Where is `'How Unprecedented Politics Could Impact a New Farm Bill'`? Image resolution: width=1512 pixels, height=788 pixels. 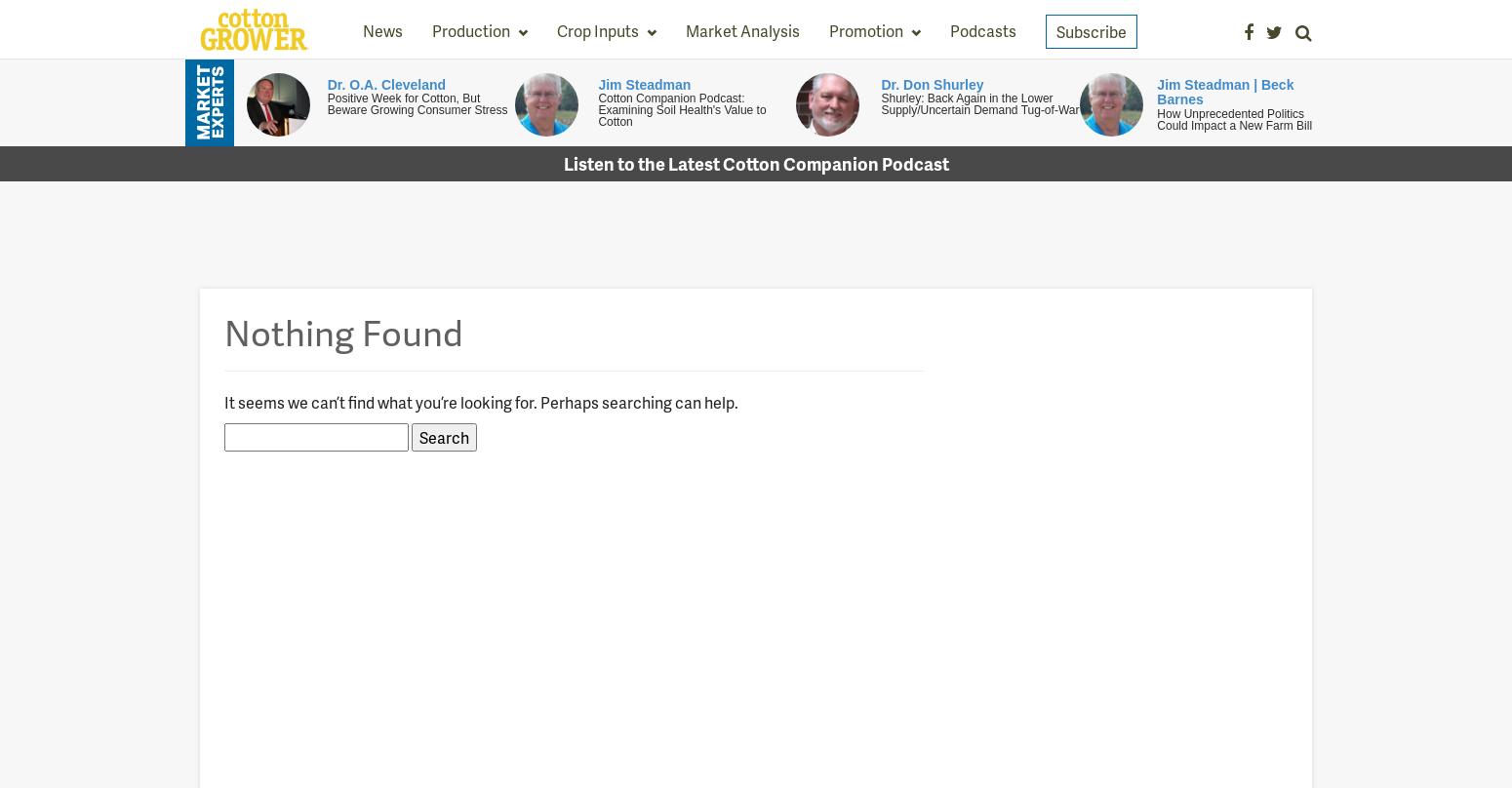 'How Unprecedented Politics Could Impact a New Farm Bill' is located at coordinates (1233, 118).